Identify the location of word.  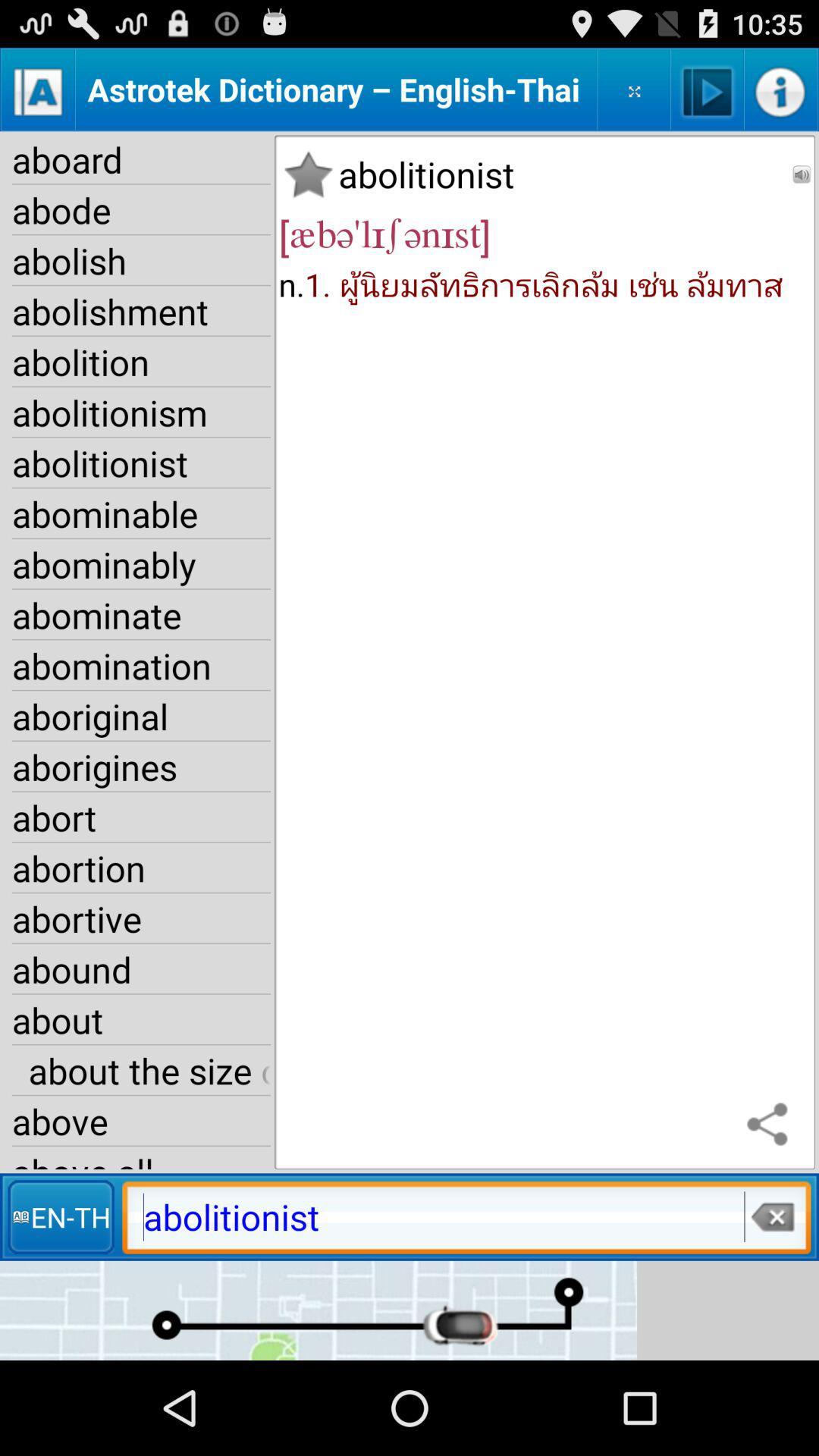
(307, 174).